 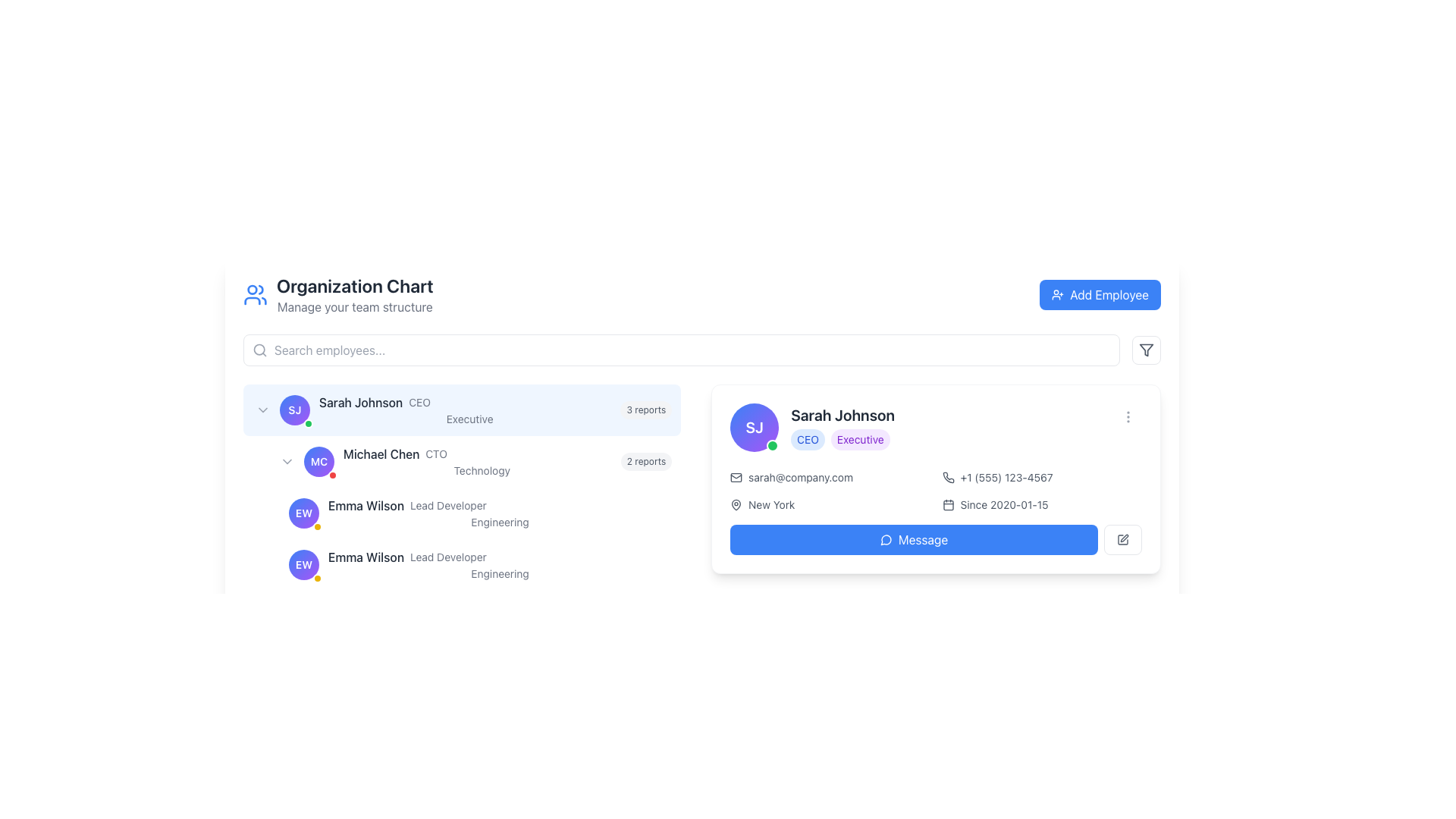 What do you see at coordinates (1041, 476) in the screenshot?
I see `the phone number text element located in the right section of the profile card, positioned below the email and above the 'Since' field, aligned with the phone icon` at bounding box center [1041, 476].